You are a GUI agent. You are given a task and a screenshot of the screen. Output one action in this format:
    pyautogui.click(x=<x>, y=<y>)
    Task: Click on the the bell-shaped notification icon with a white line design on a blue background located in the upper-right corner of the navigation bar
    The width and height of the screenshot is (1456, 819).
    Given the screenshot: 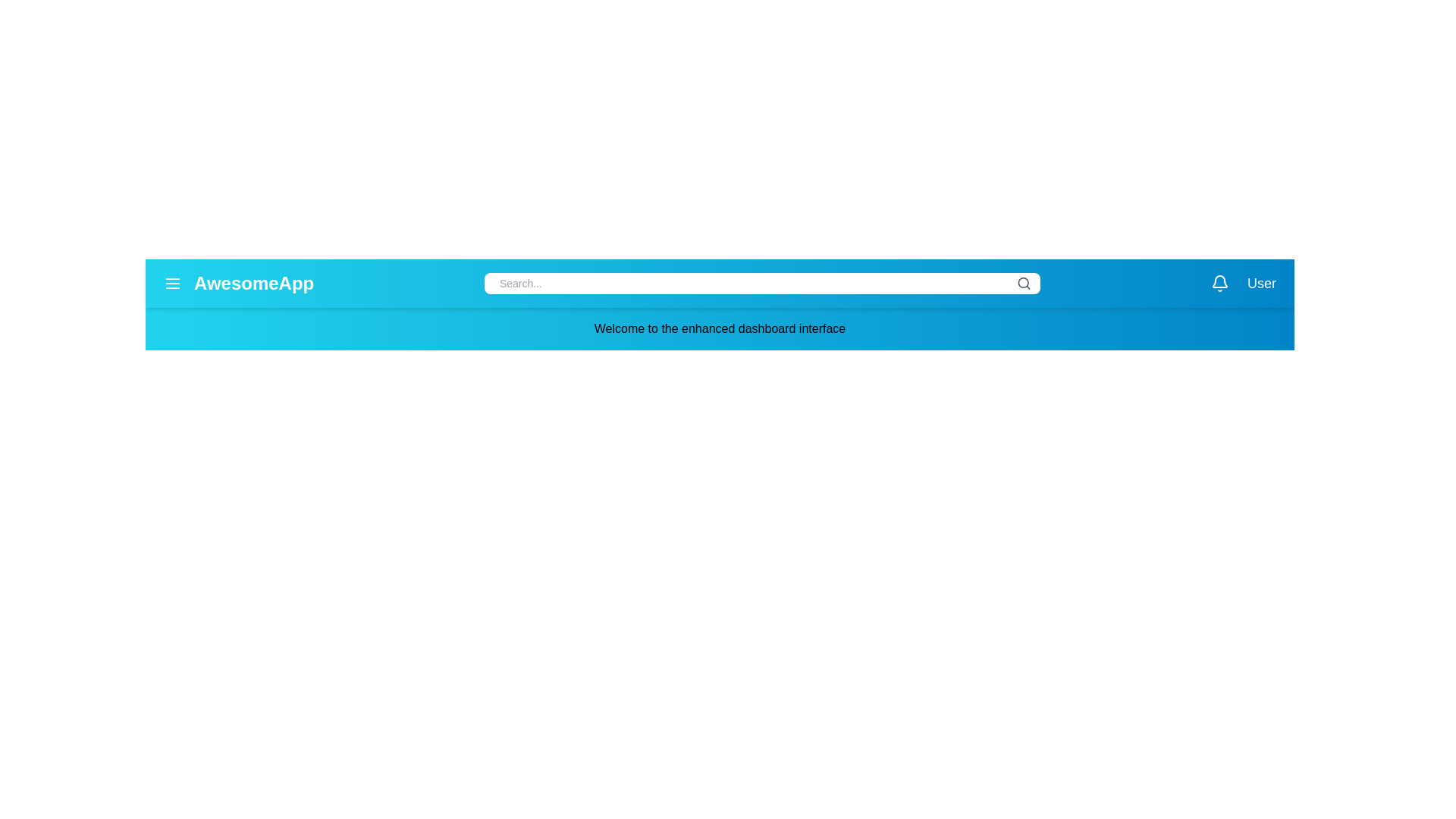 What is the action you would take?
    pyautogui.click(x=1219, y=284)
    